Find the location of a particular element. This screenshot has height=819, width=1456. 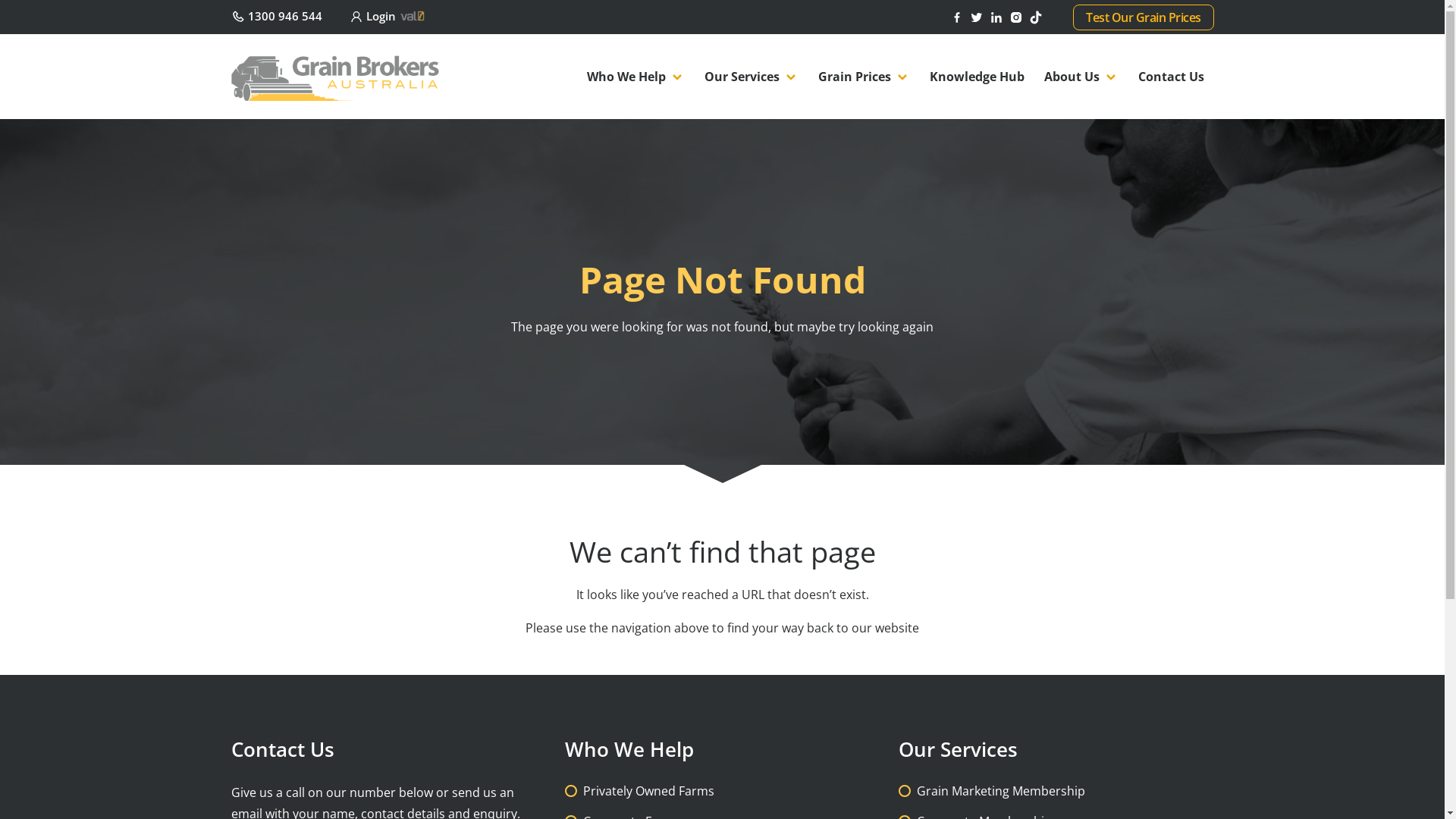

'LinkedIn' is located at coordinates (990, 15).